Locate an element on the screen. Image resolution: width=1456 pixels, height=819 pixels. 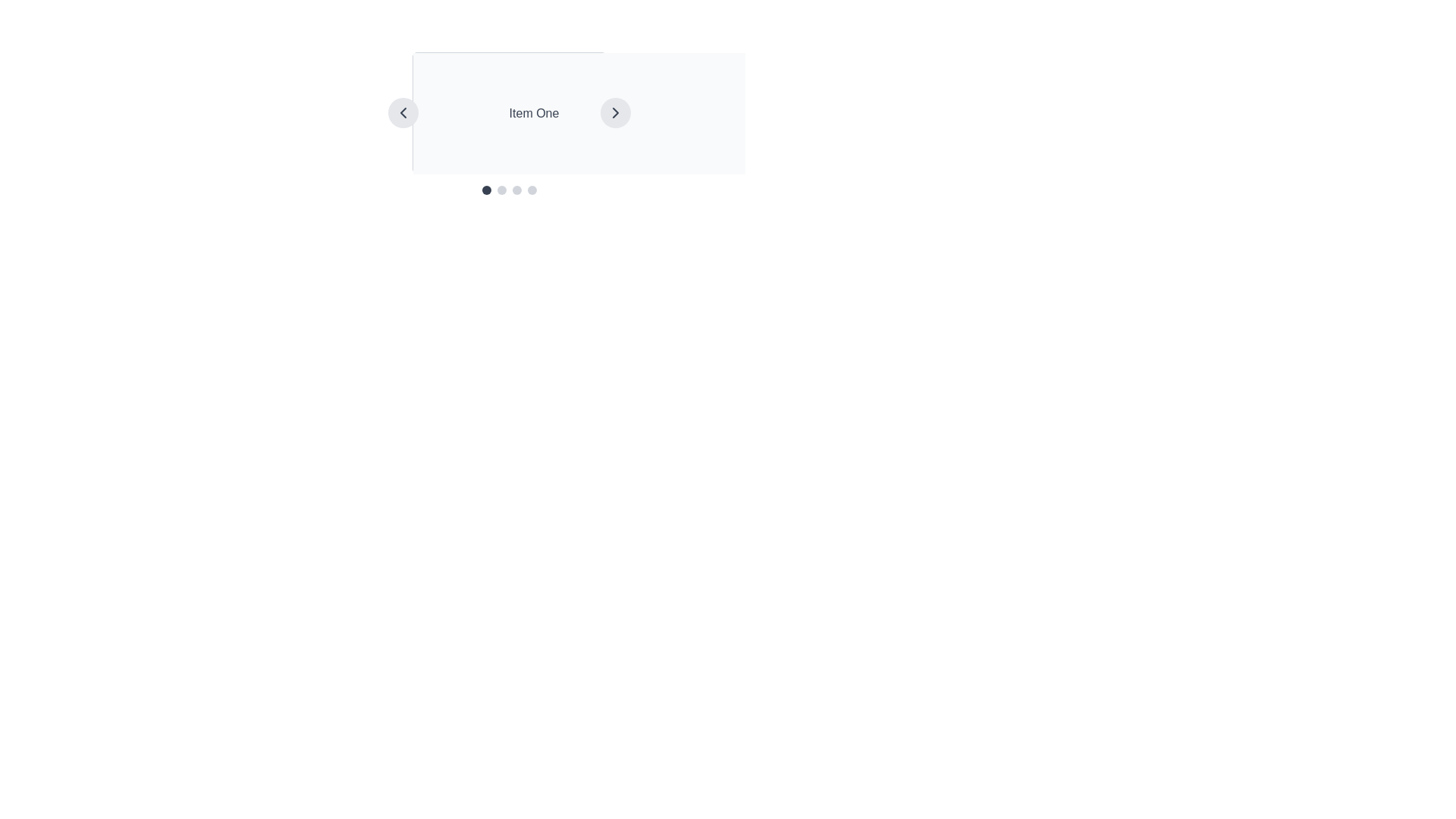
the forward navigation button located at the rightmost edge of the carousel interface is located at coordinates (615, 112).